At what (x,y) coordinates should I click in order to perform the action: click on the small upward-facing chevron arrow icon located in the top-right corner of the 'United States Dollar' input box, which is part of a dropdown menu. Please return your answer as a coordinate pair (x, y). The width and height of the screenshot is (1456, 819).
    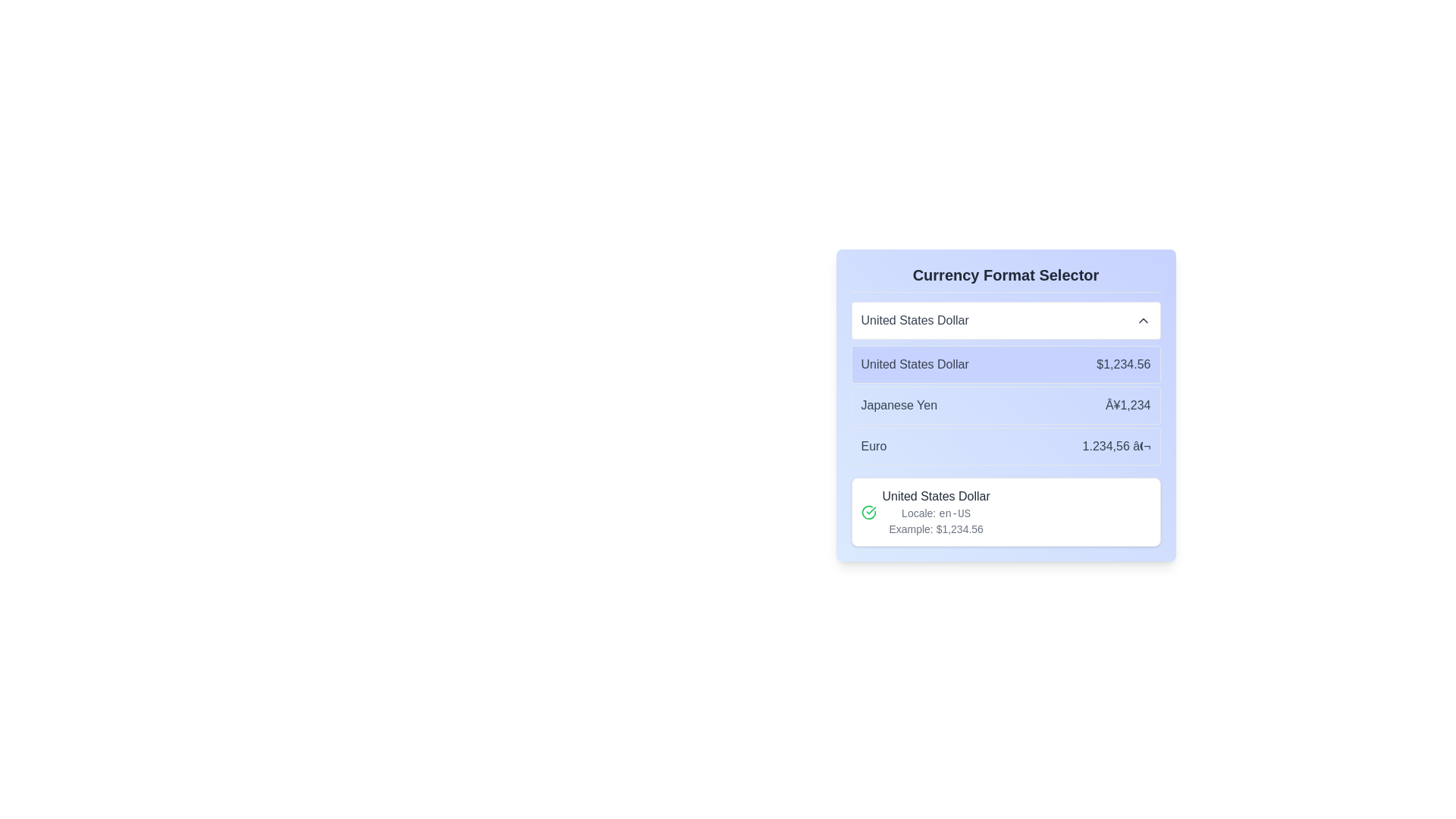
    Looking at the image, I should click on (1143, 320).